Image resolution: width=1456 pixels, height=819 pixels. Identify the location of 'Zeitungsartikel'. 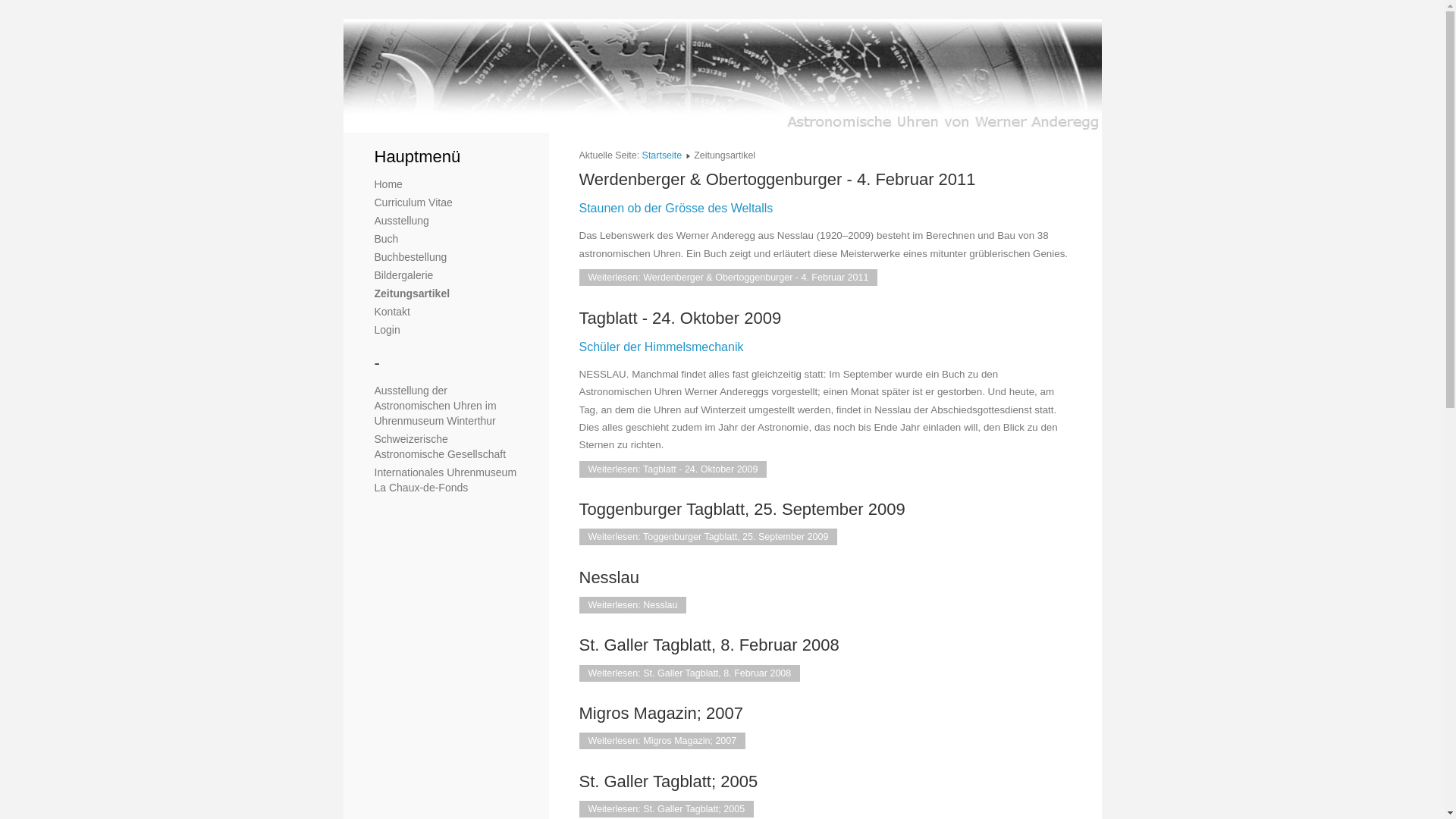
(412, 293).